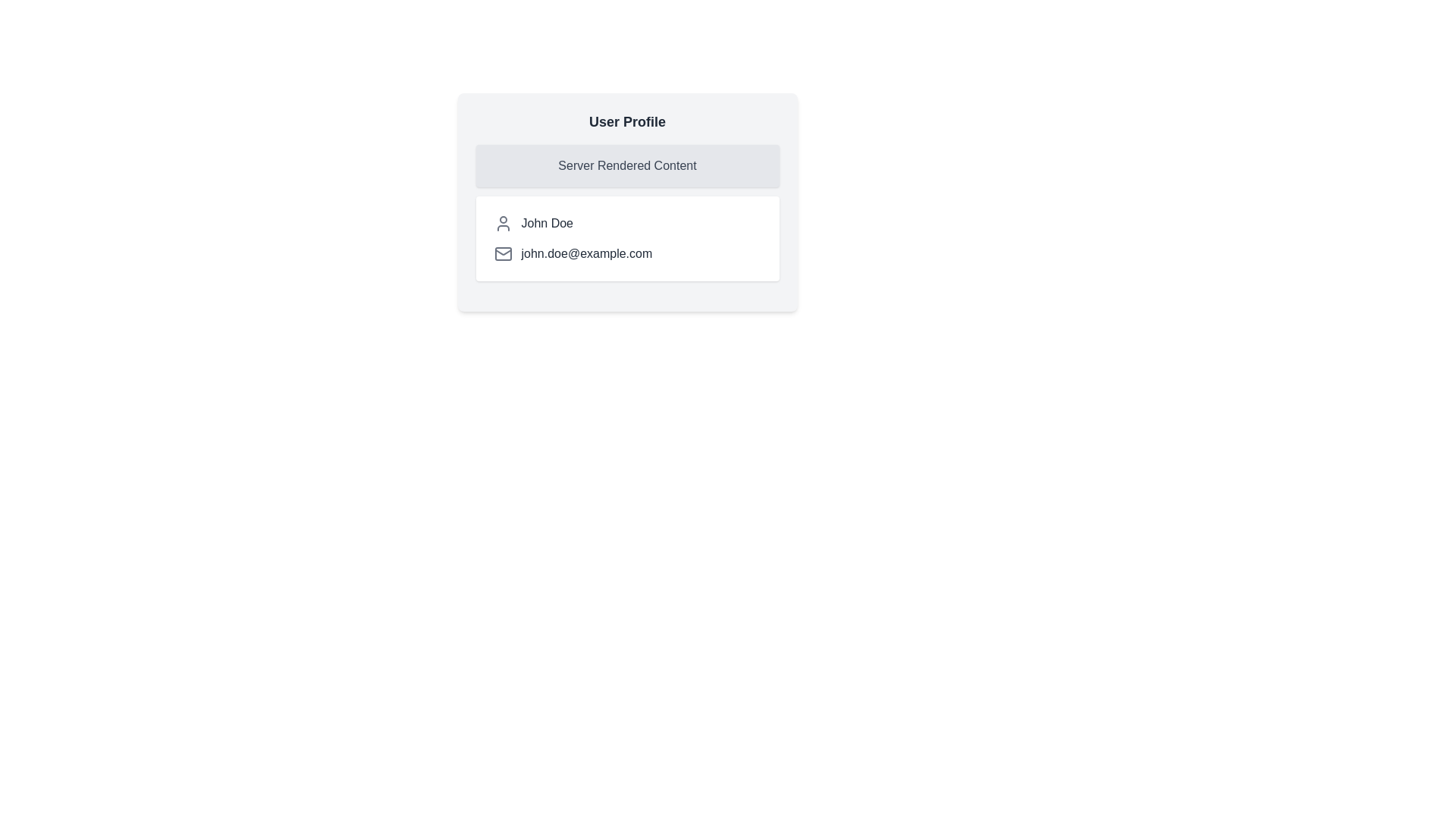 This screenshot has width=1456, height=819. What do you see at coordinates (627, 253) in the screenshot?
I see `the Label with Icon displaying an email address below 'John Doe' in the 'User Profile' section` at bounding box center [627, 253].